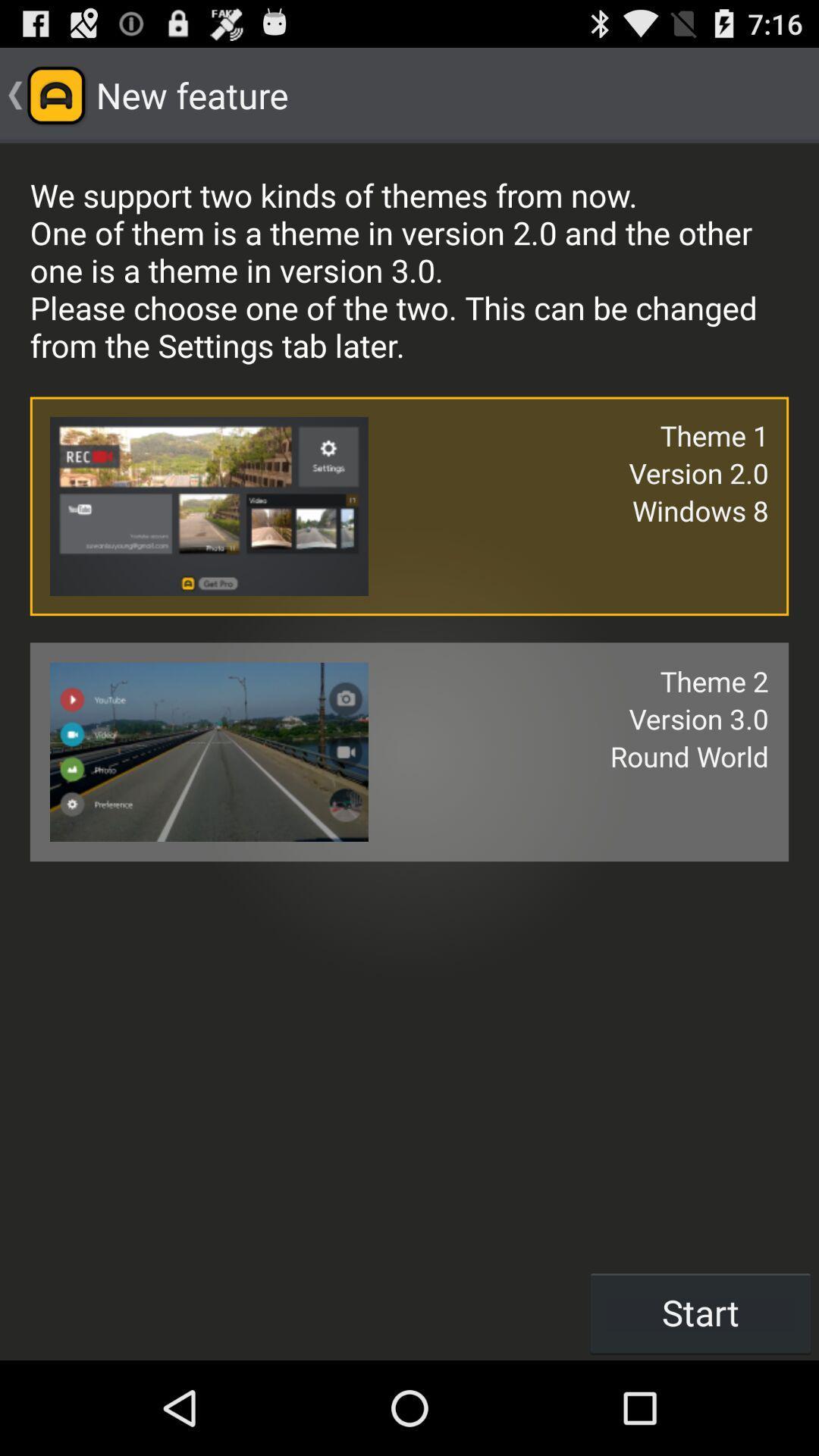  What do you see at coordinates (701, 1312) in the screenshot?
I see `the start icon` at bounding box center [701, 1312].